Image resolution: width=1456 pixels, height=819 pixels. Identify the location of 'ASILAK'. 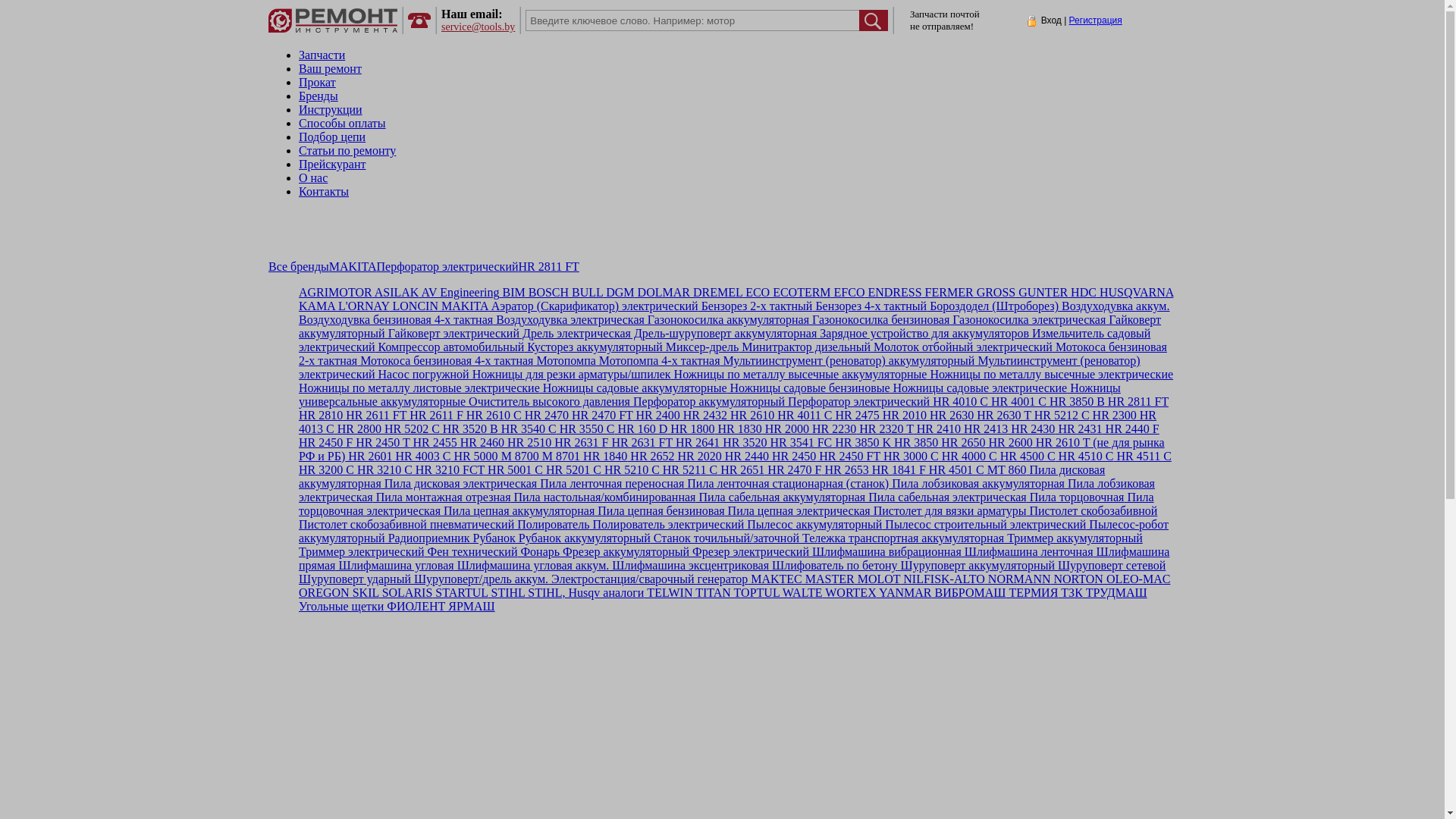
(396, 292).